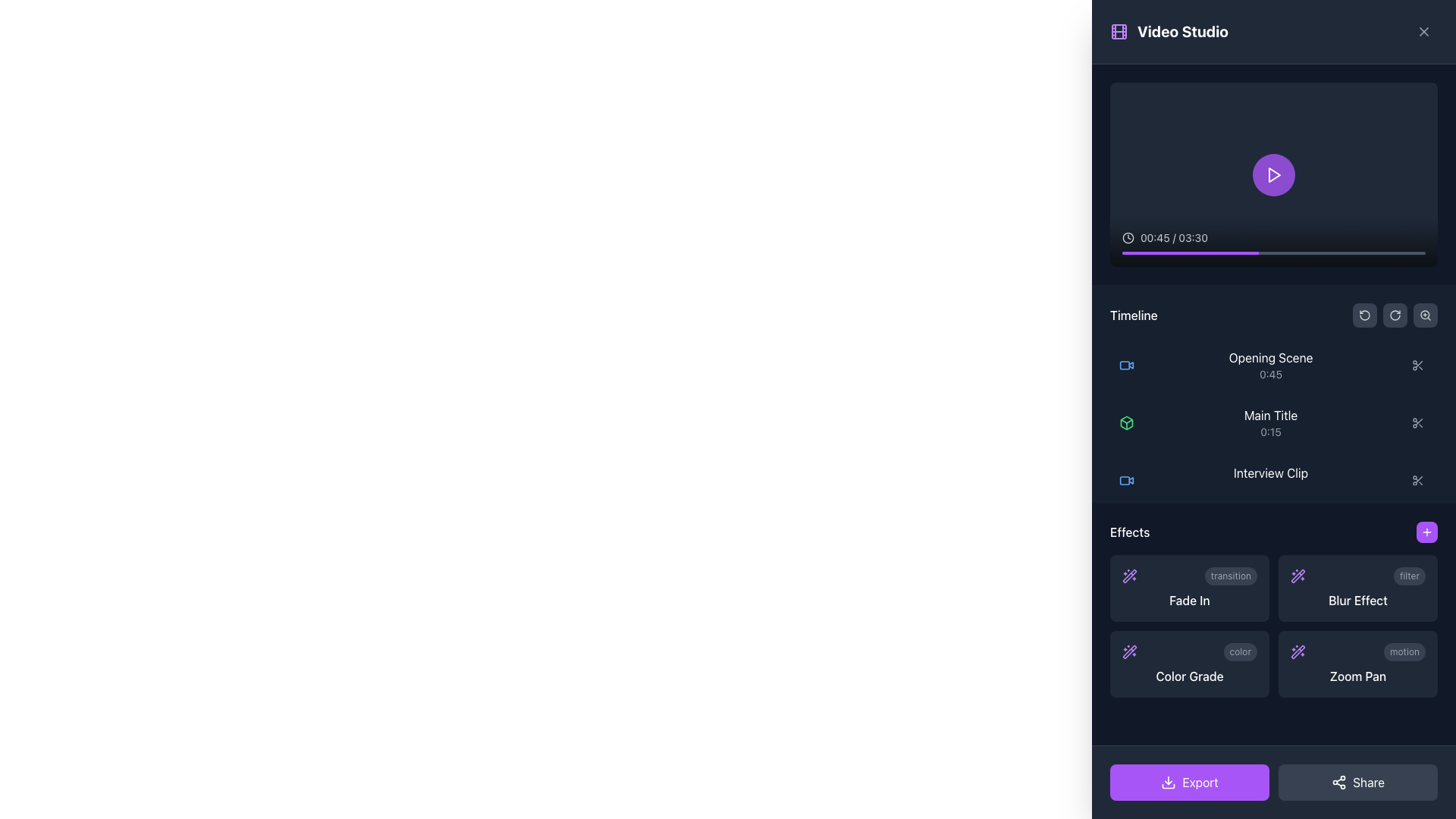 This screenshot has width=1456, height=819. What do you see at coordinates (1423, 32) in the screenshot?
I see `the close button located in the top-right corner of the 'Video Studio' header to observe the hover style change` at bounding box center [1423, 32].